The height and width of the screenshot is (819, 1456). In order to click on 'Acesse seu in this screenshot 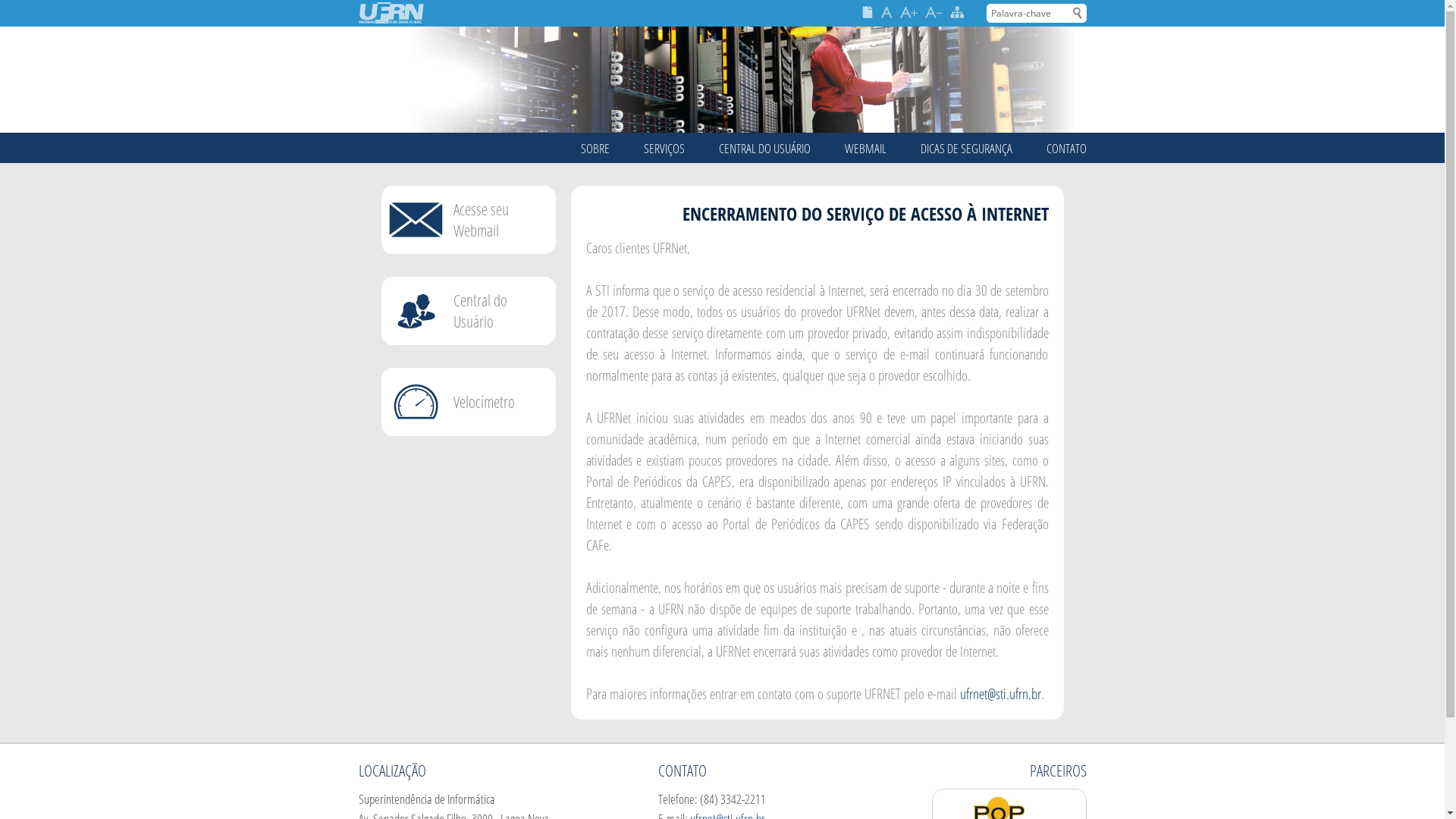, I will do `click(467, 219)`.